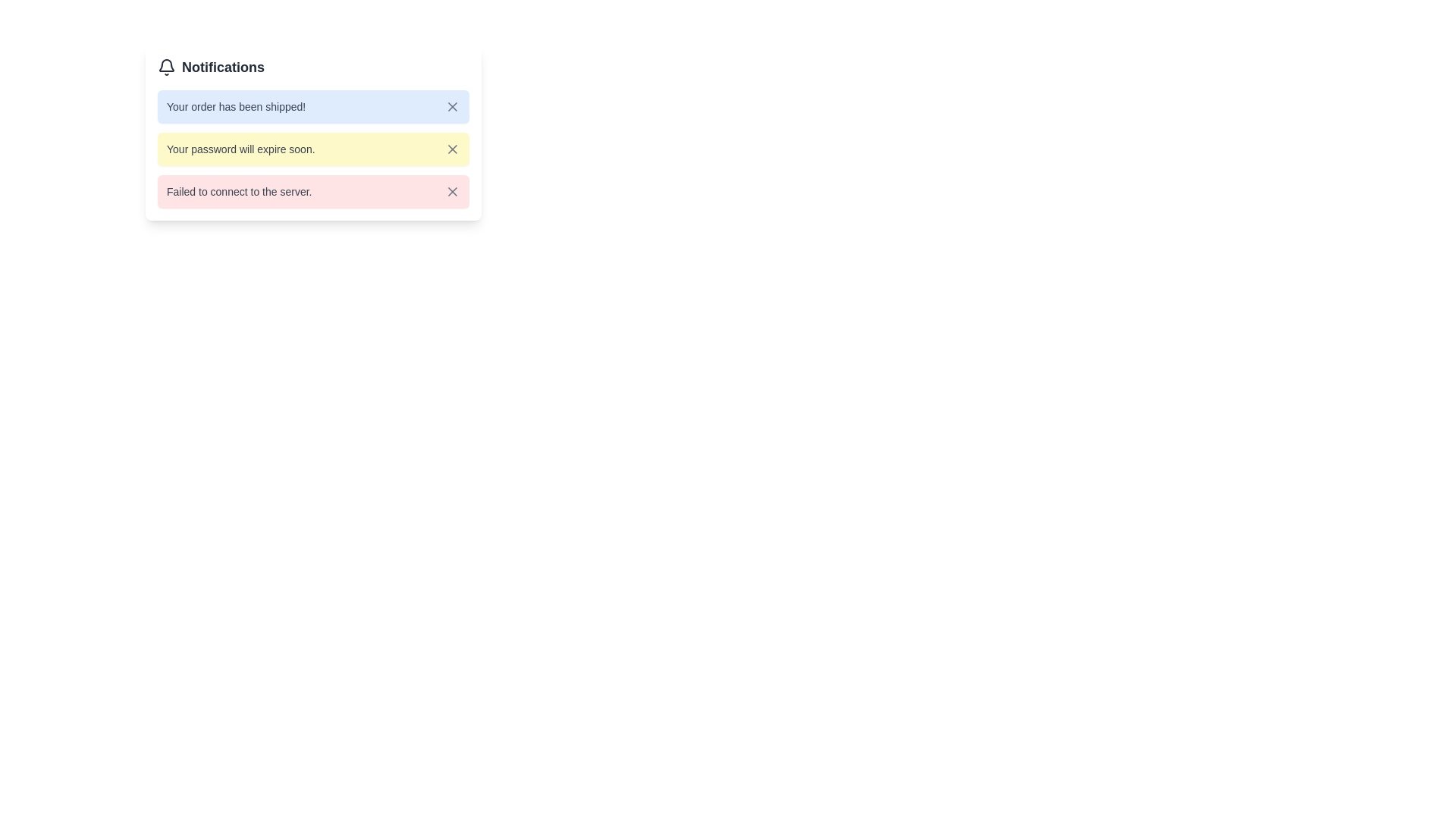 This screenshot has width=1456, height=819. What do you see at coordinates (451, 106) in the screenshot?
I see `the close button represented by a small gray 'X' icon within the notification card that says 'Your order has been shipped!' to change its color` at bounding box center [451, 106].